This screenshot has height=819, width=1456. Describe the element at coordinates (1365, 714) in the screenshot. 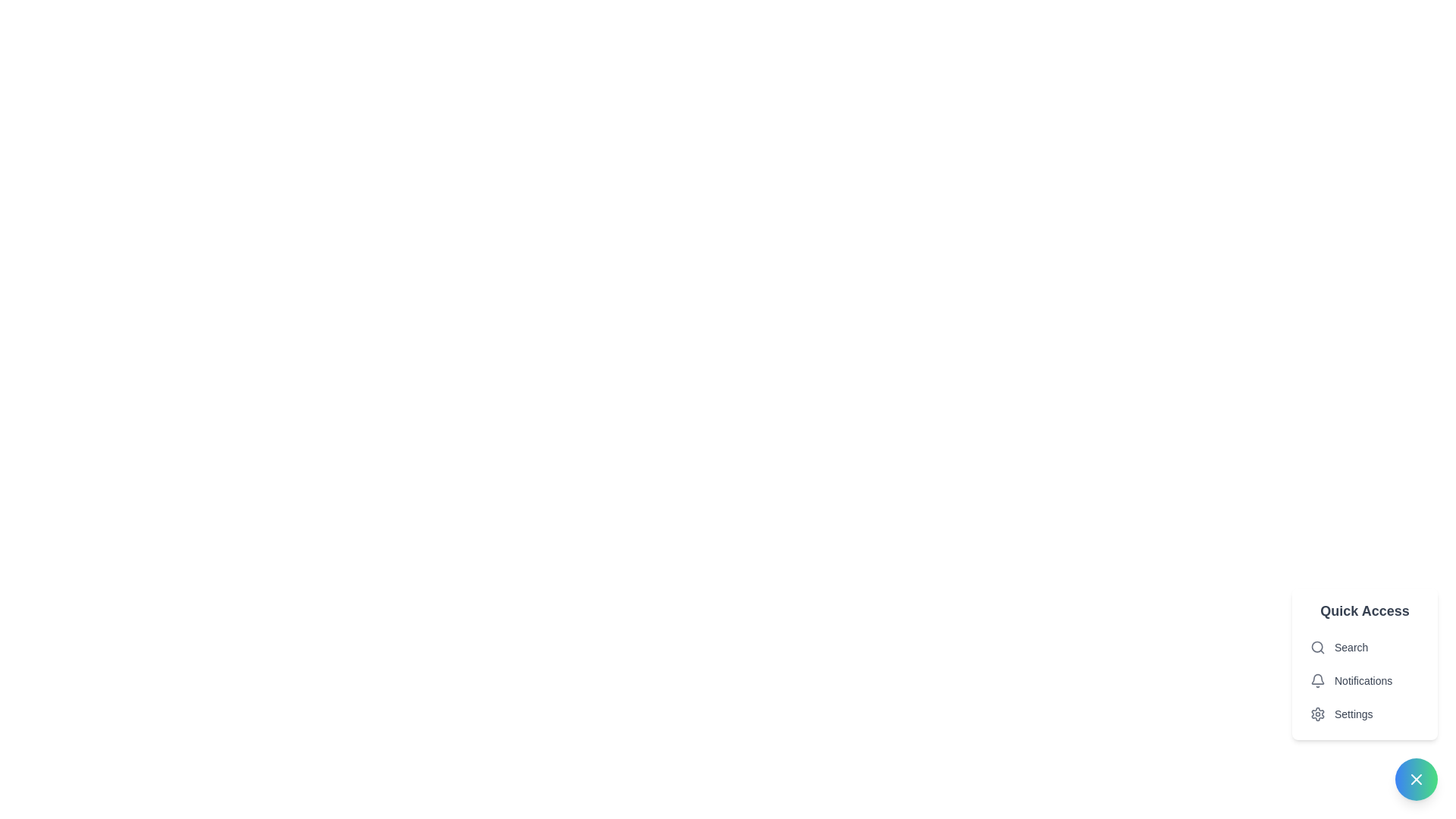

I see `the 'Settings' button-like list item with a cog icon` at that location.